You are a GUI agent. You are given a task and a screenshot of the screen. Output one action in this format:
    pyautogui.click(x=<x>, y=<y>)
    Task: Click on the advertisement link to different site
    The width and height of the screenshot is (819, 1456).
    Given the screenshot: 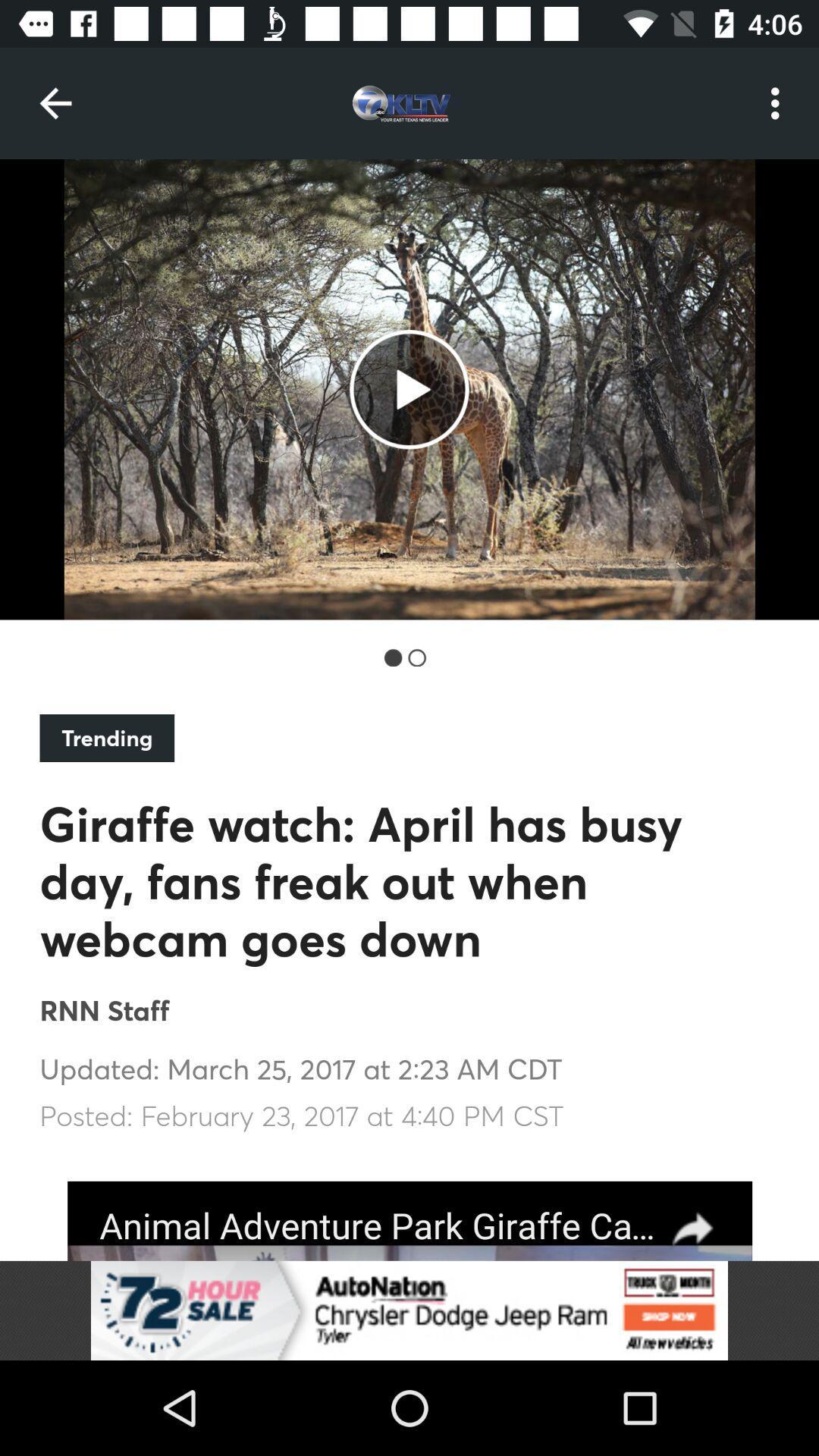 What is the action you would take?
    pyautogui.click(x=409, y=1221)
    